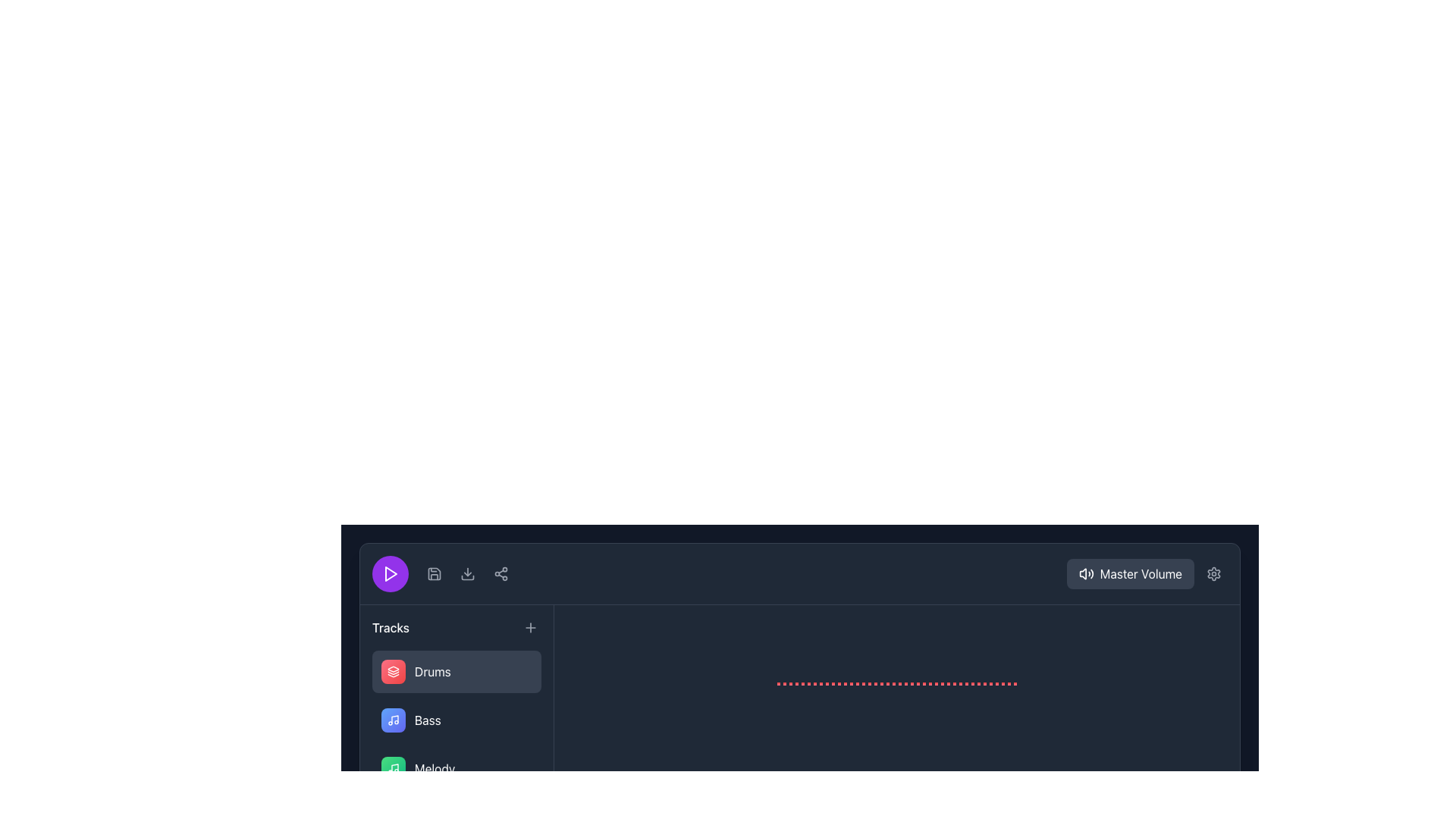  What do you see at coordinates (418, 769) in the screenshot?
I see `the 'Melody' selectable list item, which is the third item in the 'Tracks' list` at bounding box center [418, 769].